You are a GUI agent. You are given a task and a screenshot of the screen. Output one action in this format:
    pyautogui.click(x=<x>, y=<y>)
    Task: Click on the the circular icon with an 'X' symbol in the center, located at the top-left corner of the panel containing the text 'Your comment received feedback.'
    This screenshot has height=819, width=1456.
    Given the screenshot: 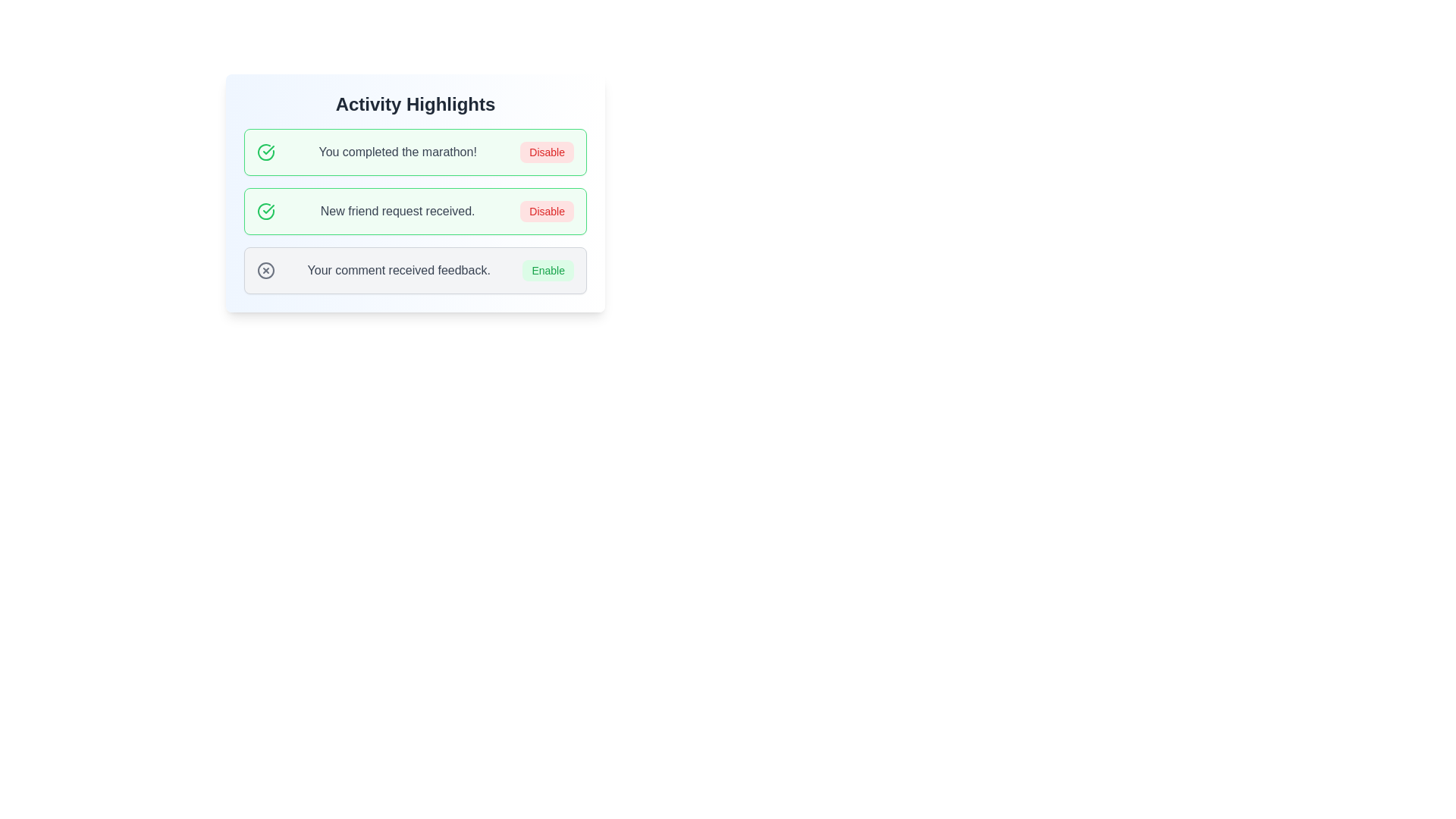 What is the action you would take?
    pyautogui.click(x=265, y=270)
    